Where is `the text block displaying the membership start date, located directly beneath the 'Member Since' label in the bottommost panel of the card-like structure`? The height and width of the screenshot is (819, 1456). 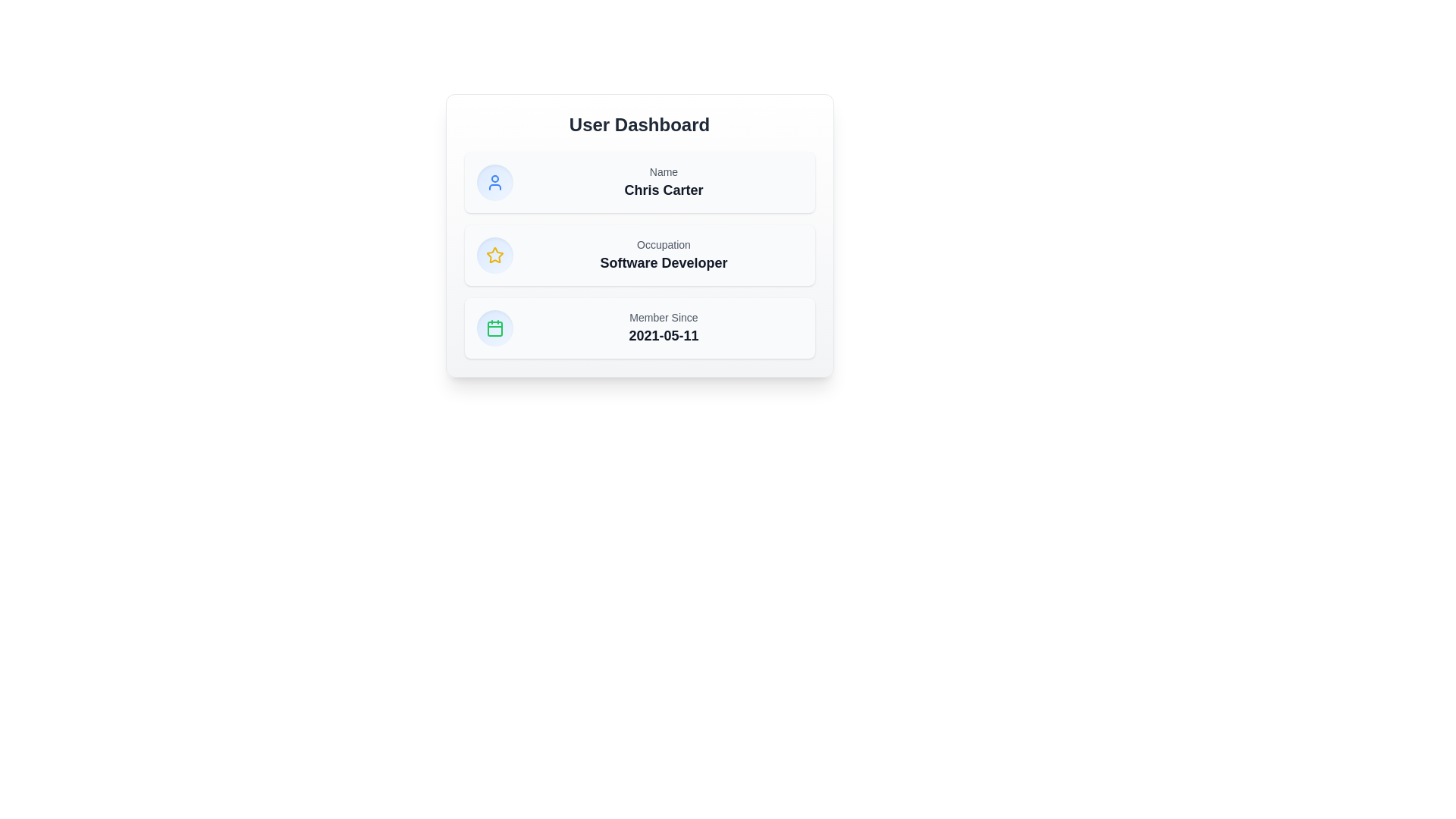 the text block displaying the membership start date, located directly beneath the 'Member Since' label in the bottommost panel of the card-like structure is located at coordinates (664, 335).